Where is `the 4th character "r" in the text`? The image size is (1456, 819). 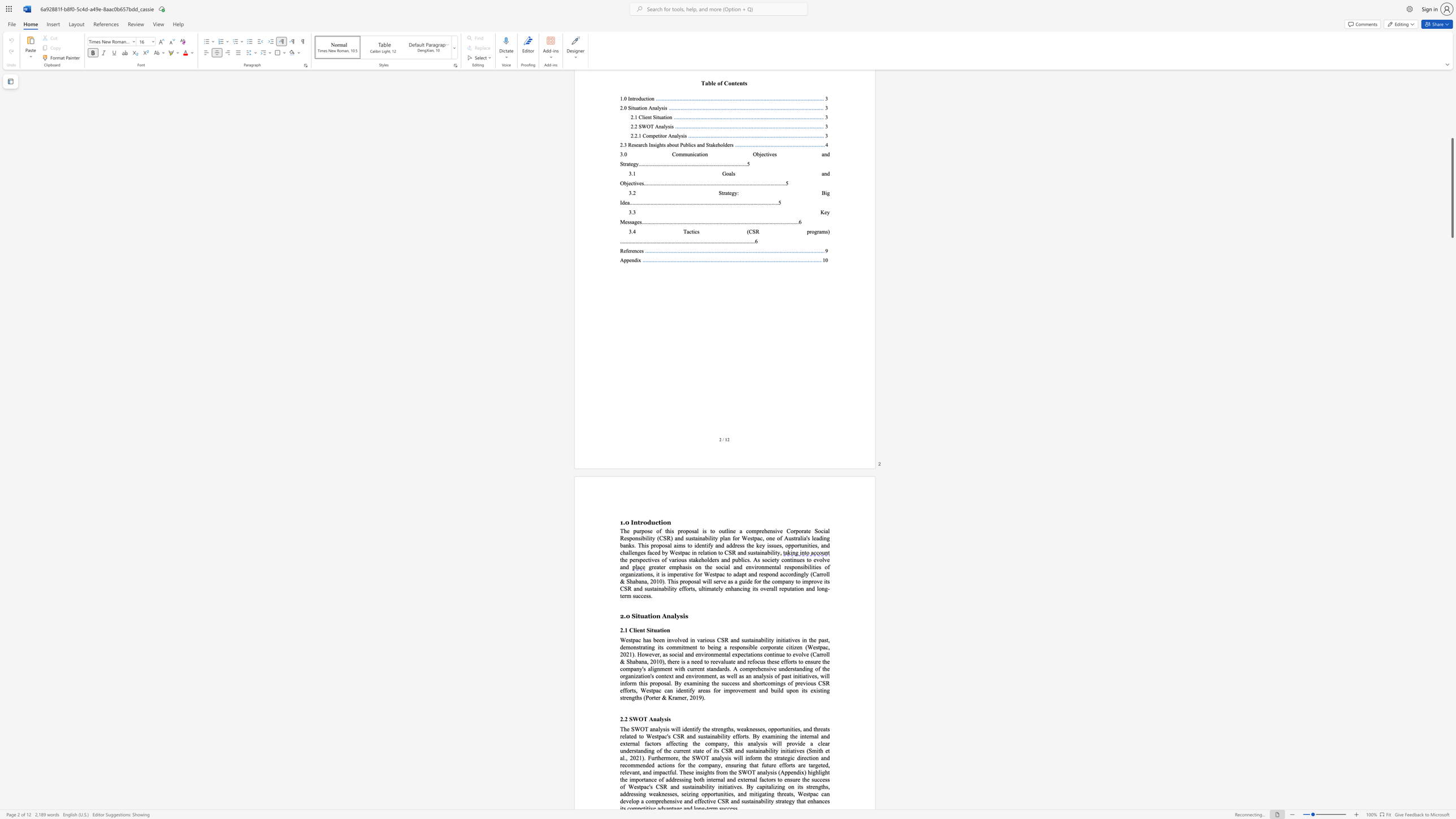
the 4th character "r" in the text is located at coordinates (625, 697).